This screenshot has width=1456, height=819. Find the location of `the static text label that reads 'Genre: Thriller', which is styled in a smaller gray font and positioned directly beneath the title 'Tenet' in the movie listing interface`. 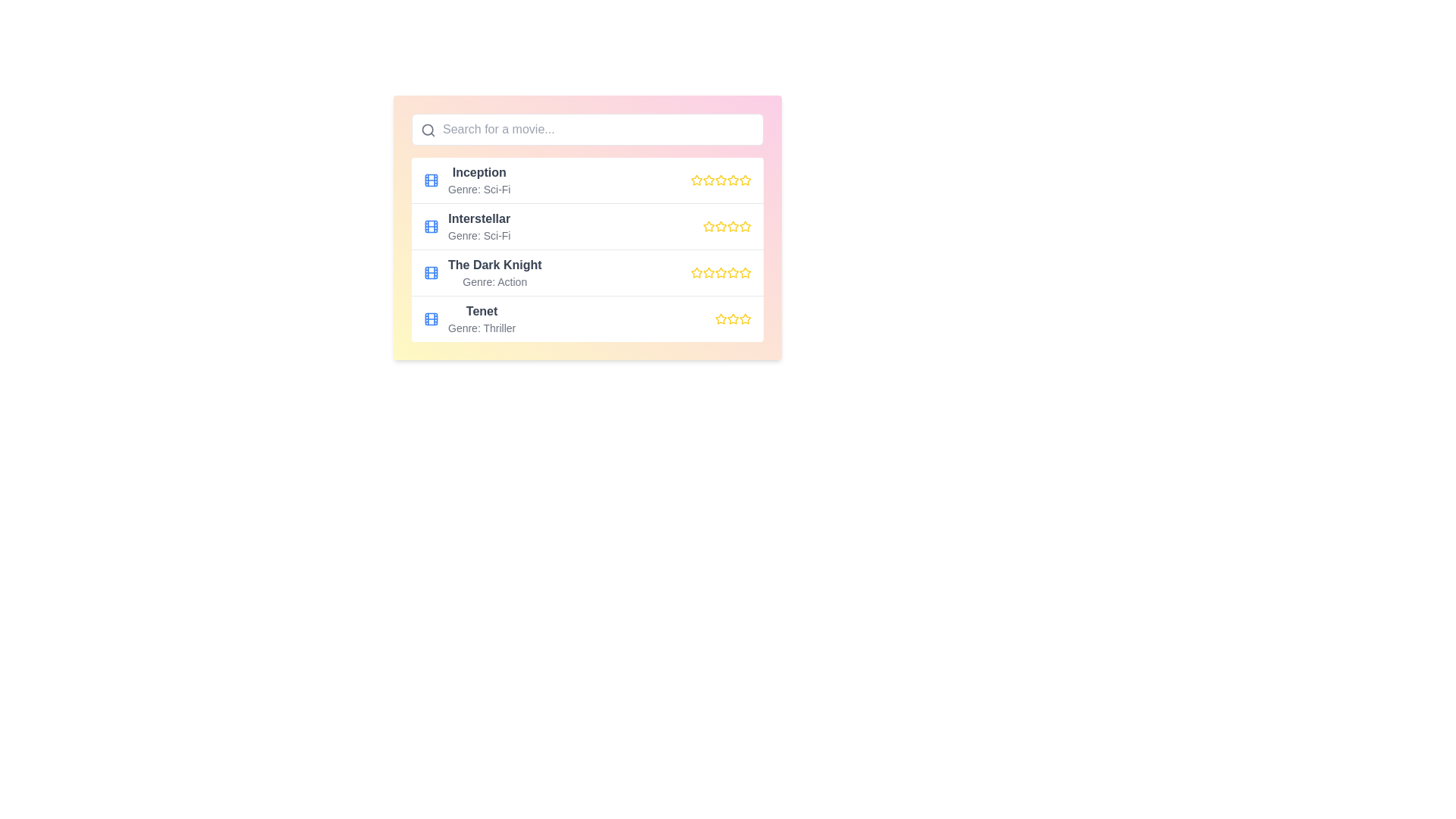

the static text label that reads 'Genre: Thriller', which is styled in a smaller gray font and positioned directly beneath the title 'Tenet' in the movie listing interface is located at coordinates (481, 327).